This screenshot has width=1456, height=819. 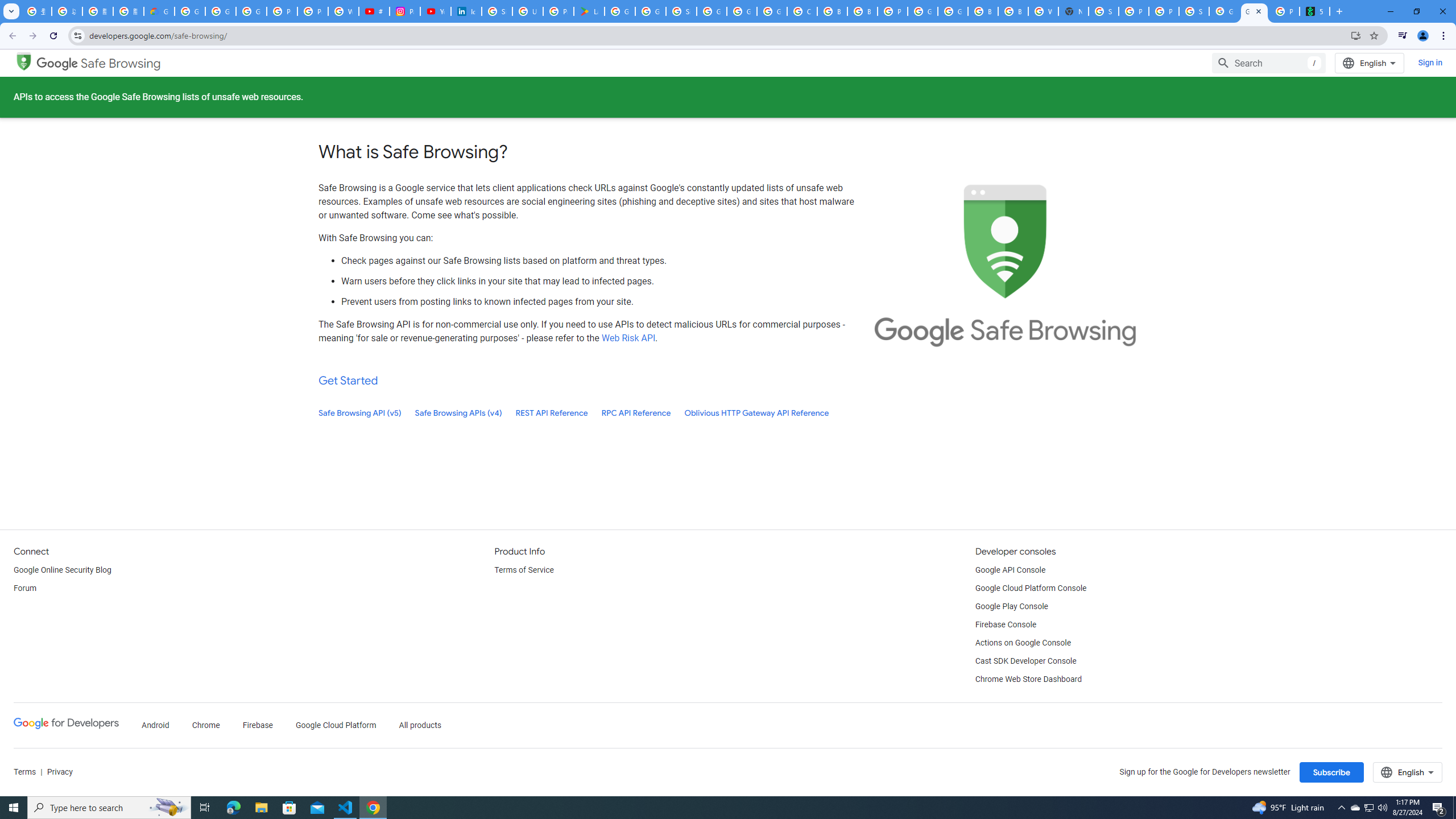 I want to click on 'Firebase', so click(x=257, y=725).